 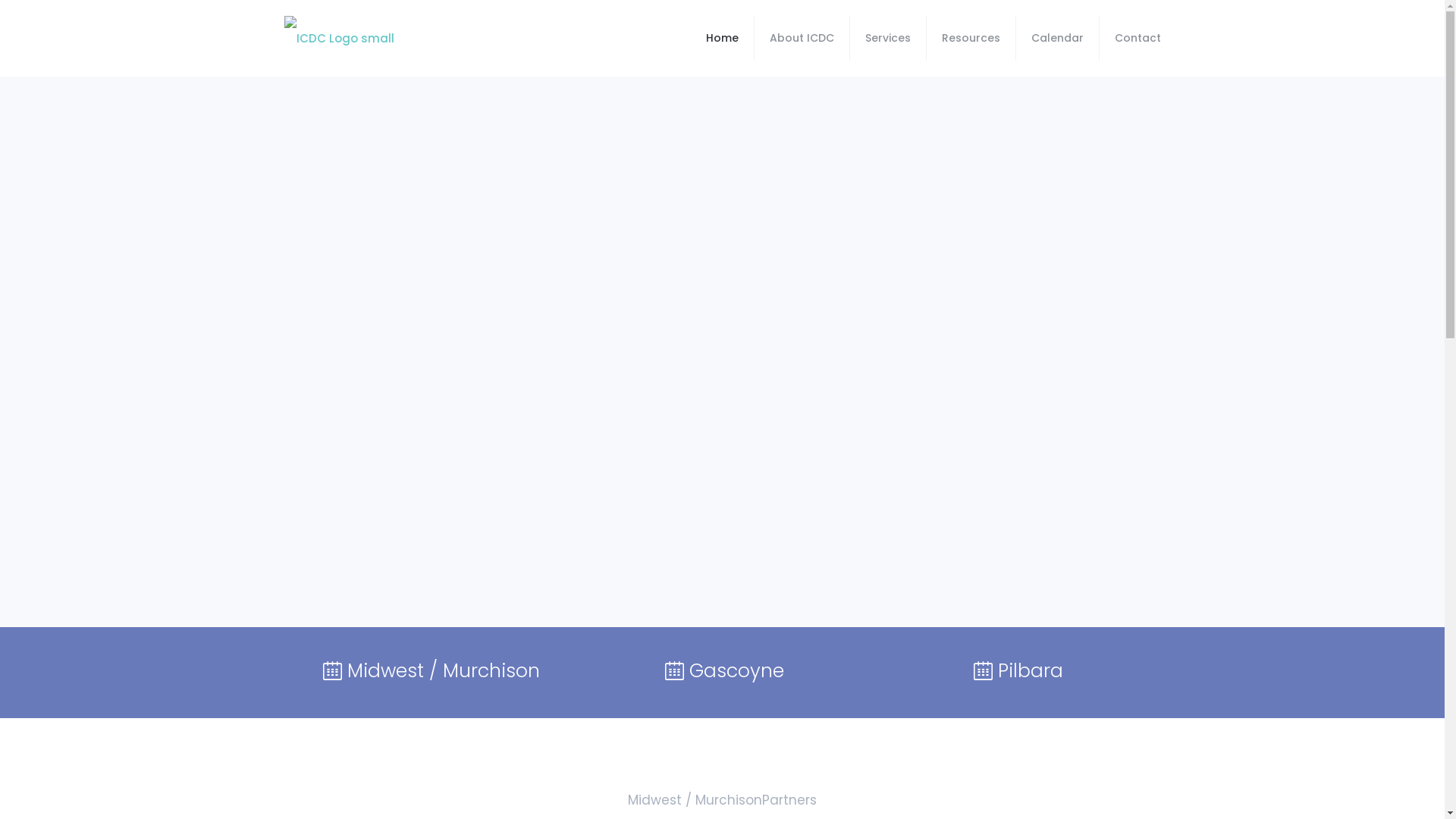 What do you see at coordinates (926, 37) in the screenshot?
I see `'Resources'` at bounding box center [926, 37].